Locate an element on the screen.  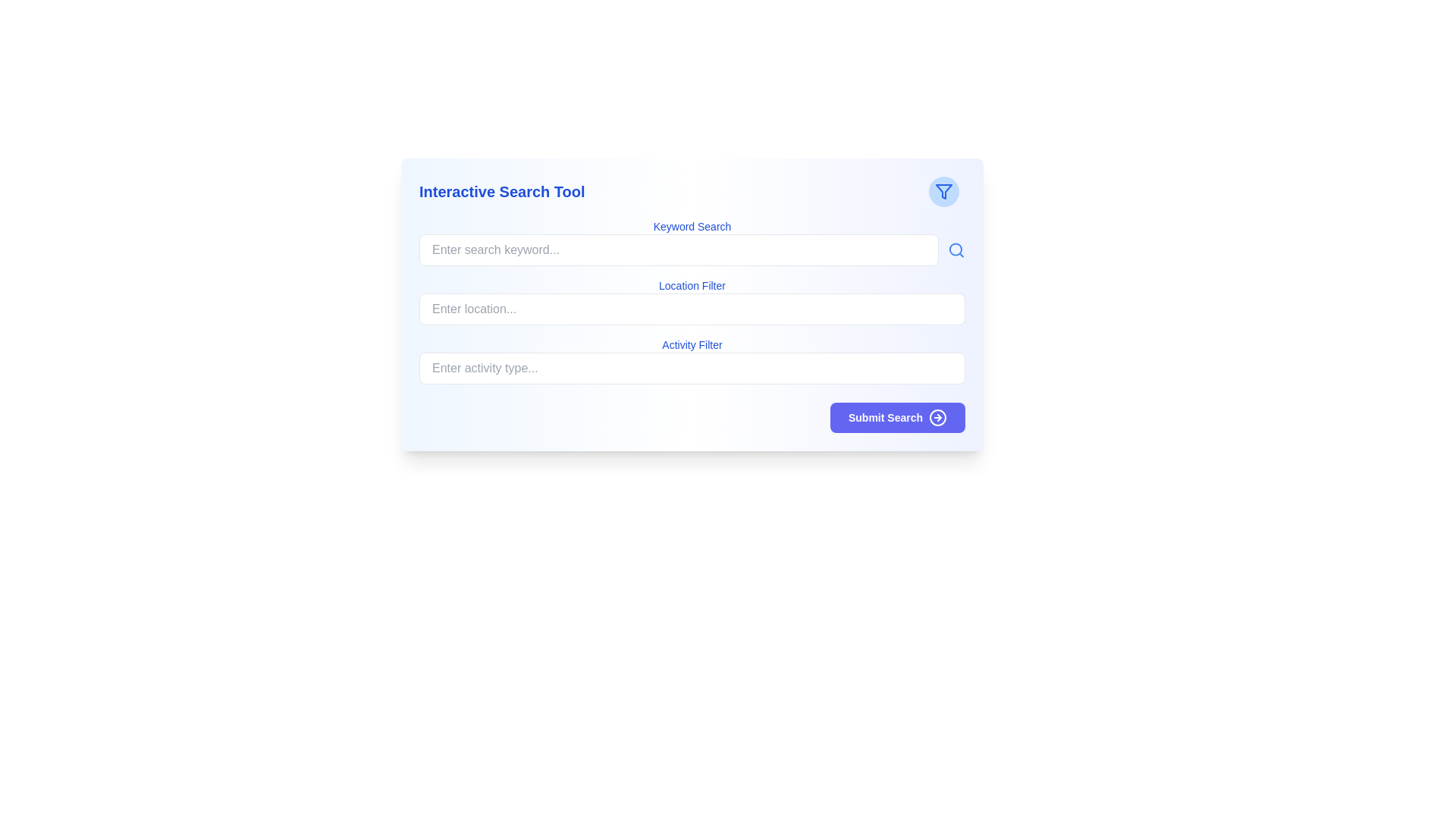
the bold blue title 'Interactive Search Tool' is located at coordinates (502, 191).